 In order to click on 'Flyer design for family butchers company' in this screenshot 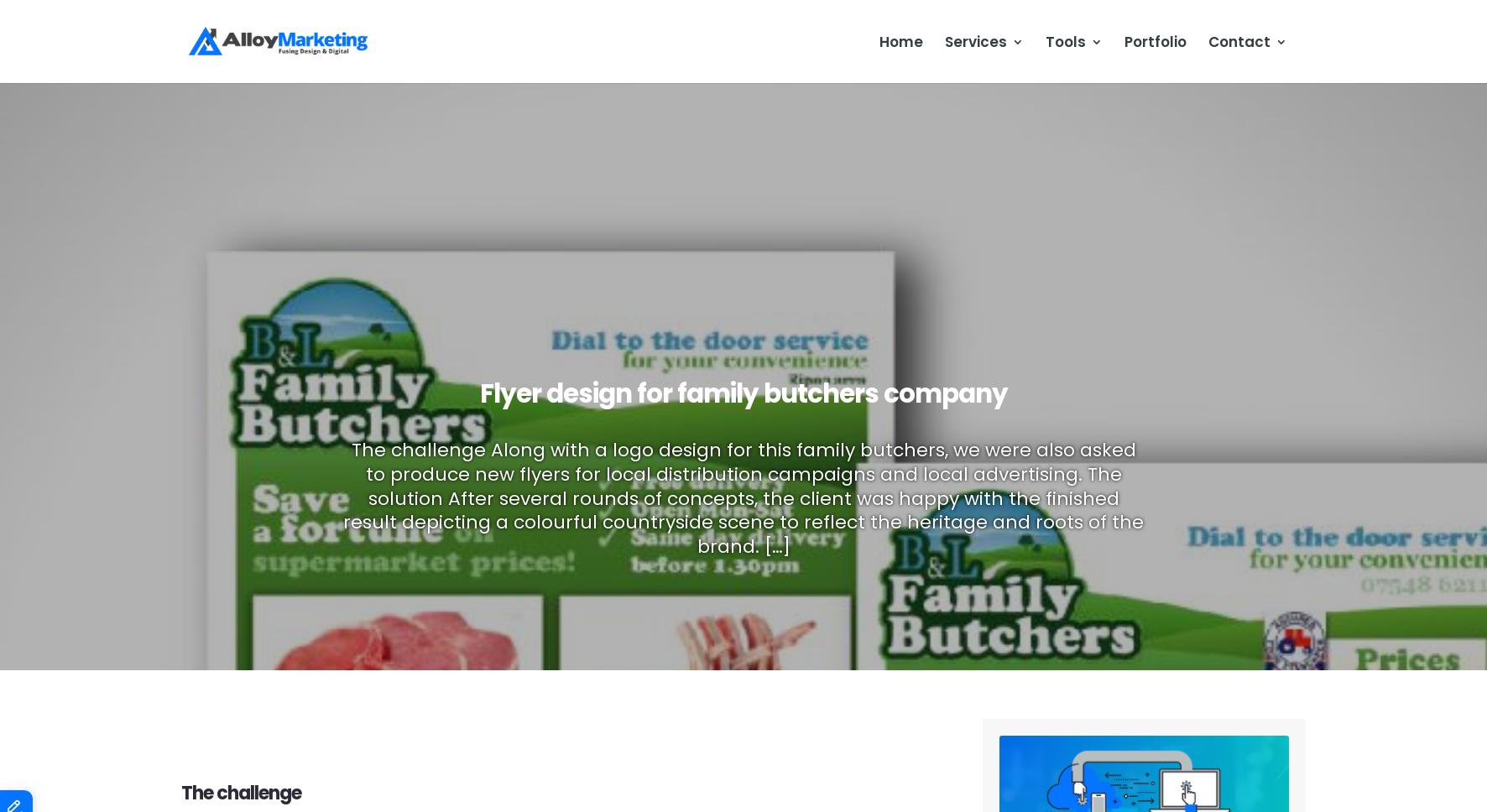, I will do `click(743, 392)`.